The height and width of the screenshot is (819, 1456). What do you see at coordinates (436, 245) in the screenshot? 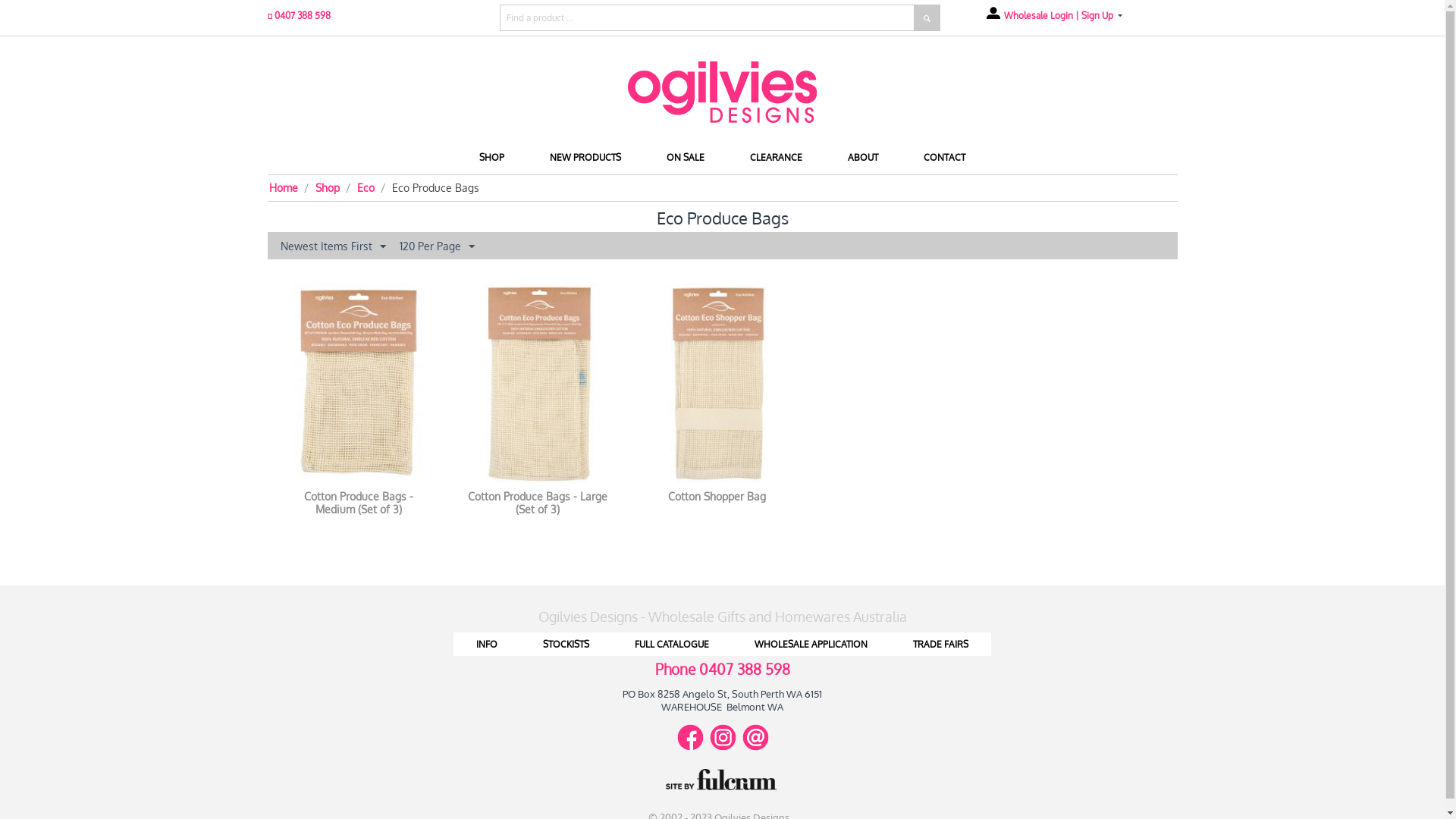
I see `'120 Per Page'` at bounding box center [436, 245].